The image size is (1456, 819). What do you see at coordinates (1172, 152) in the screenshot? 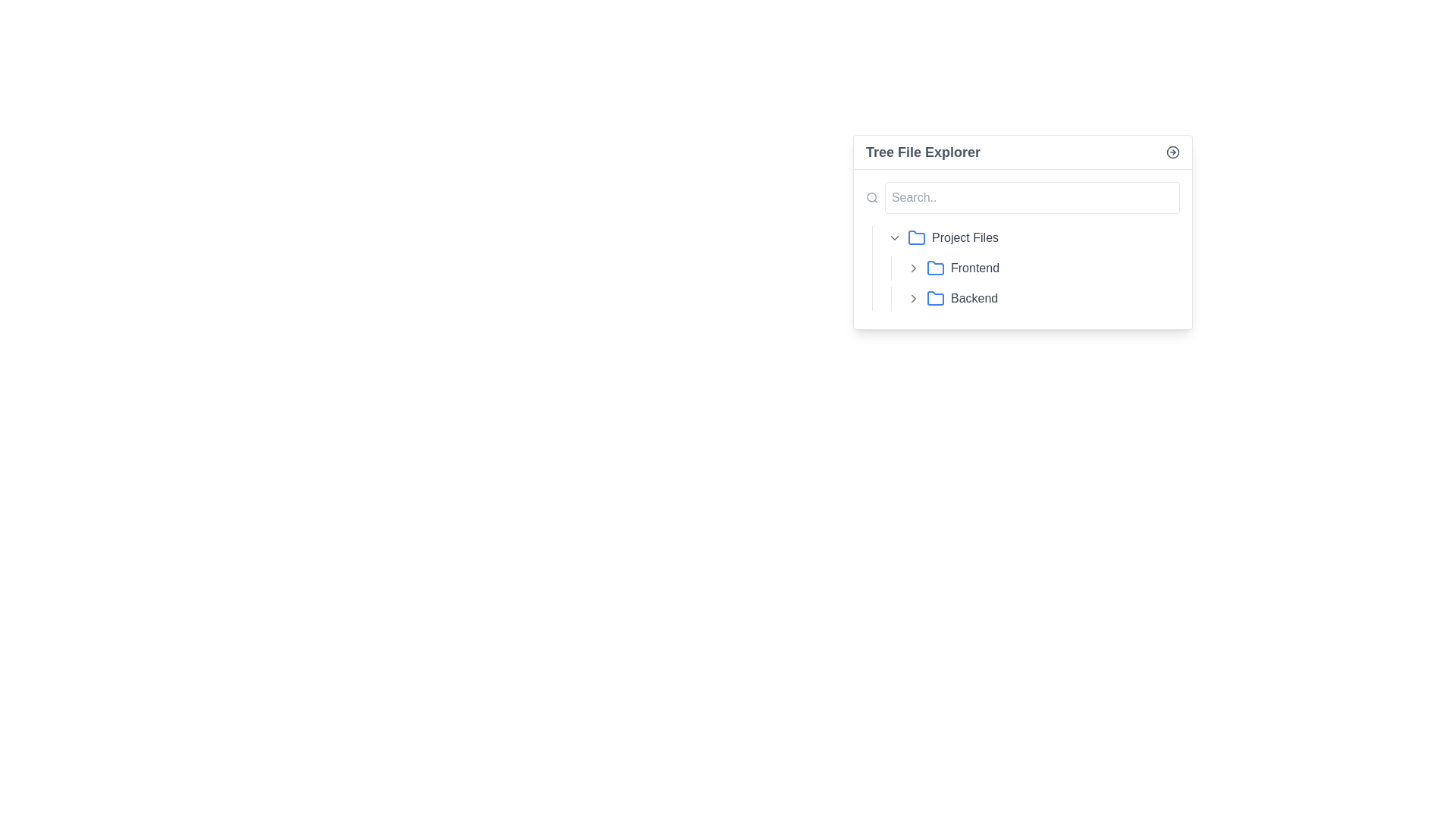
I see `the Icon button located in the 'Tree File Explorer' header, which is aligned to the far right of the header bar, adjacent to the title on the left` at bounding box center [1172, 152].